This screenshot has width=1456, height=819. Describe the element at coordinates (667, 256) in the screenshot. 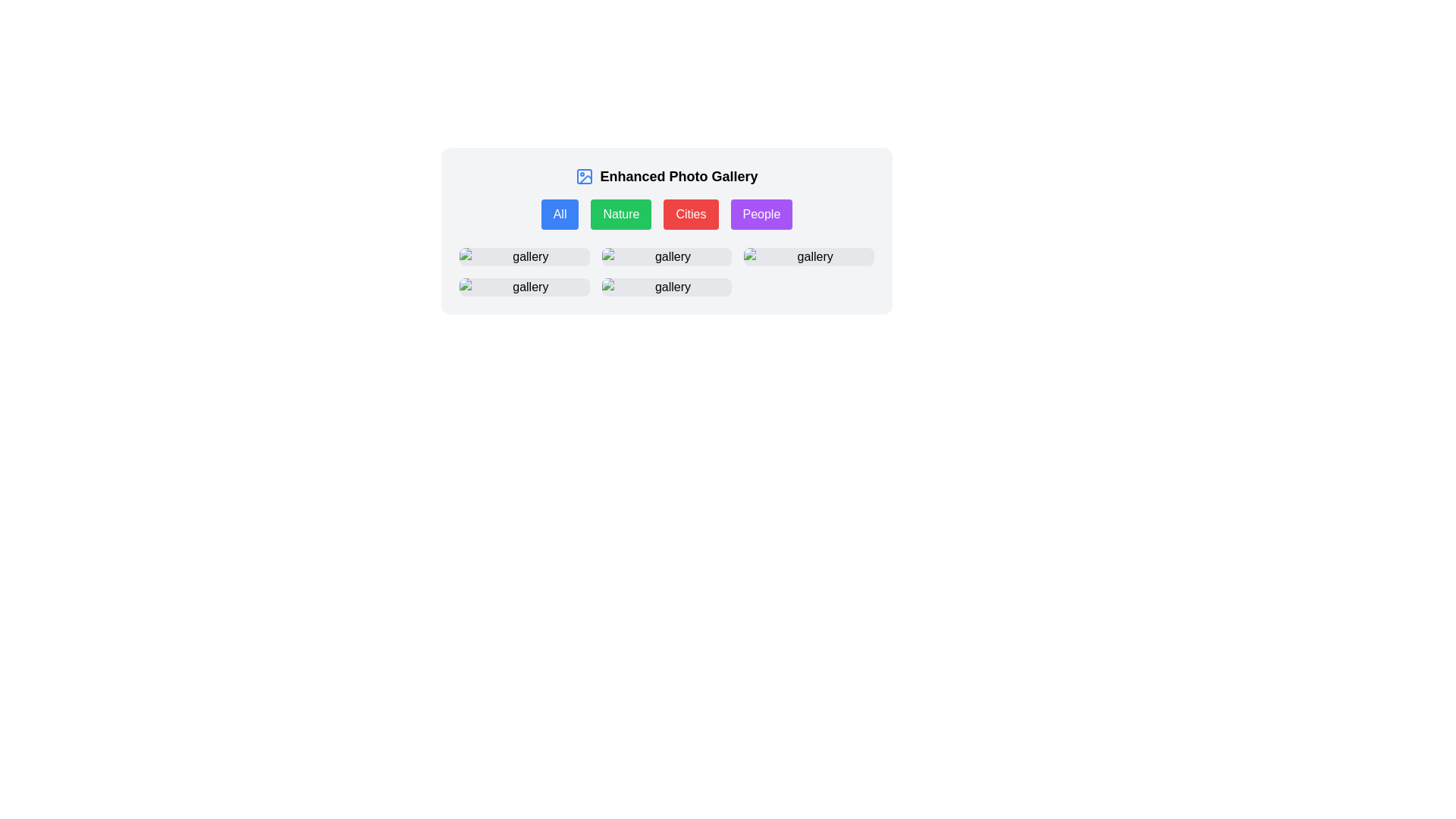

I see `the second button in the first row of the grid layout` at that location.